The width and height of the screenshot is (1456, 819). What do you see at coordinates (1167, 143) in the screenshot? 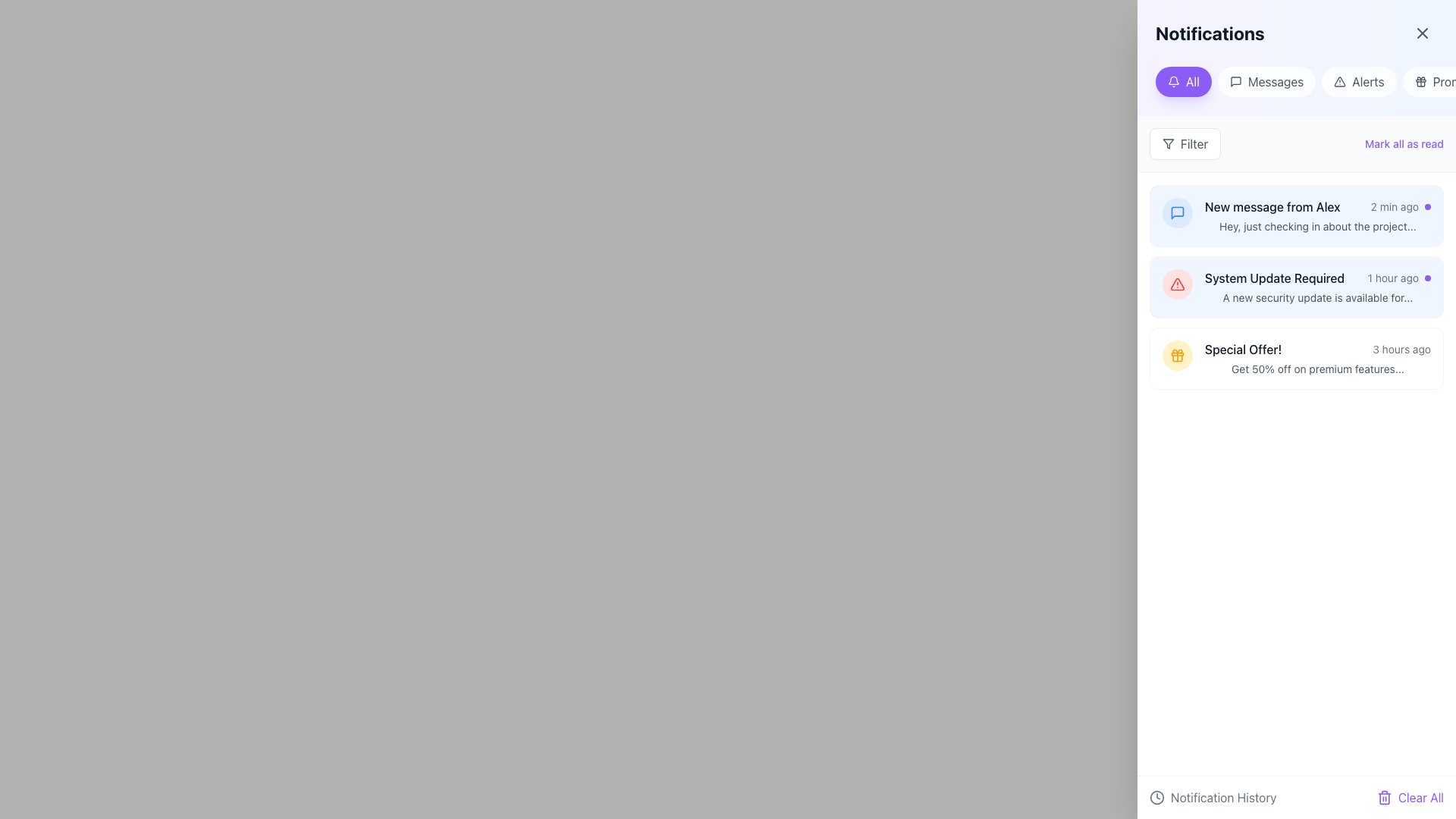
I see `the triangular filter icon located within the 'Filter' button in the notifications panel` at bounding box center [1167, 143].